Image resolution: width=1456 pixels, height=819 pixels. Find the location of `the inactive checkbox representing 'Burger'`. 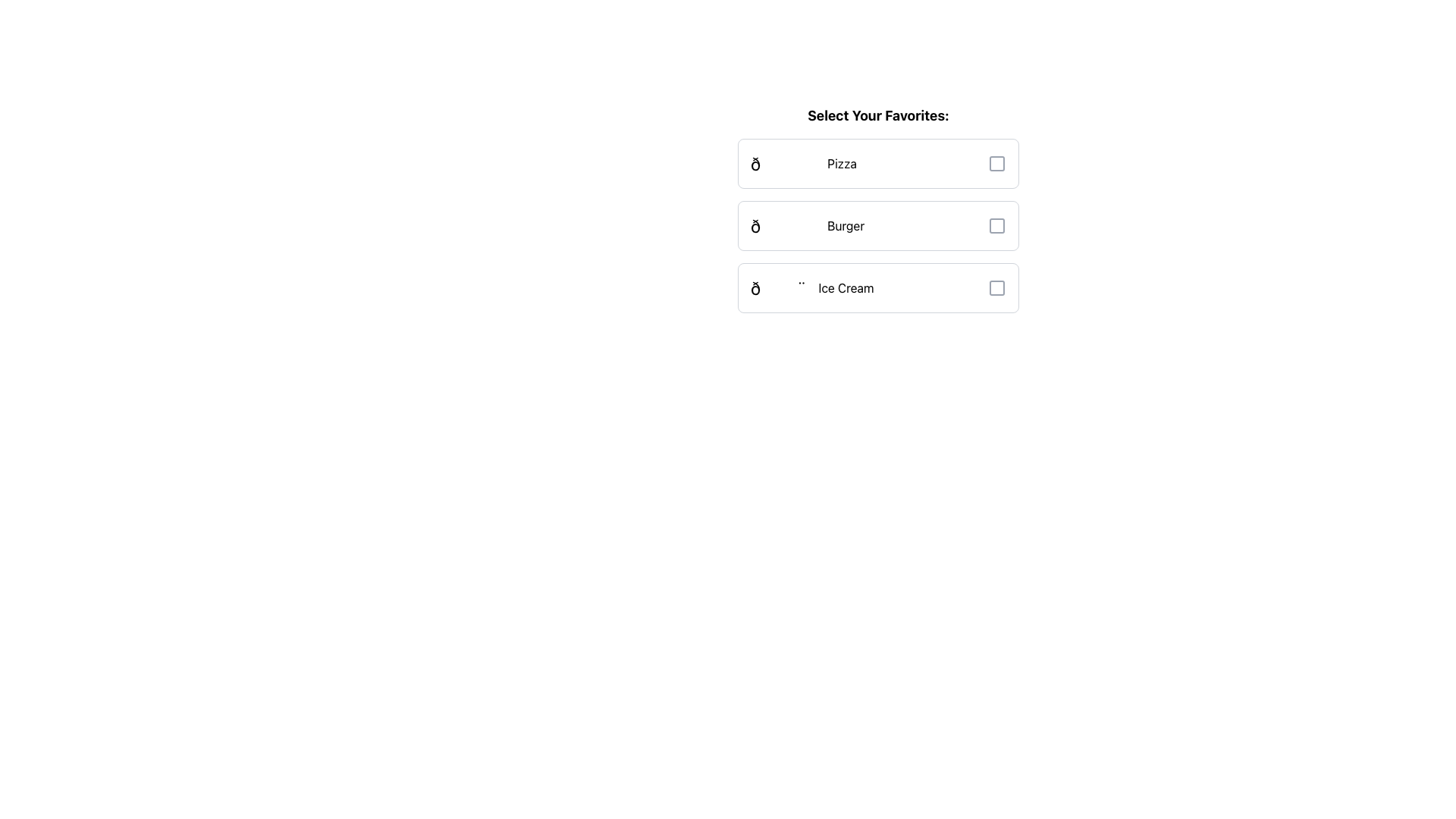

the inactive checkbox representing 'Burger' is located at coordinates (997, 225).